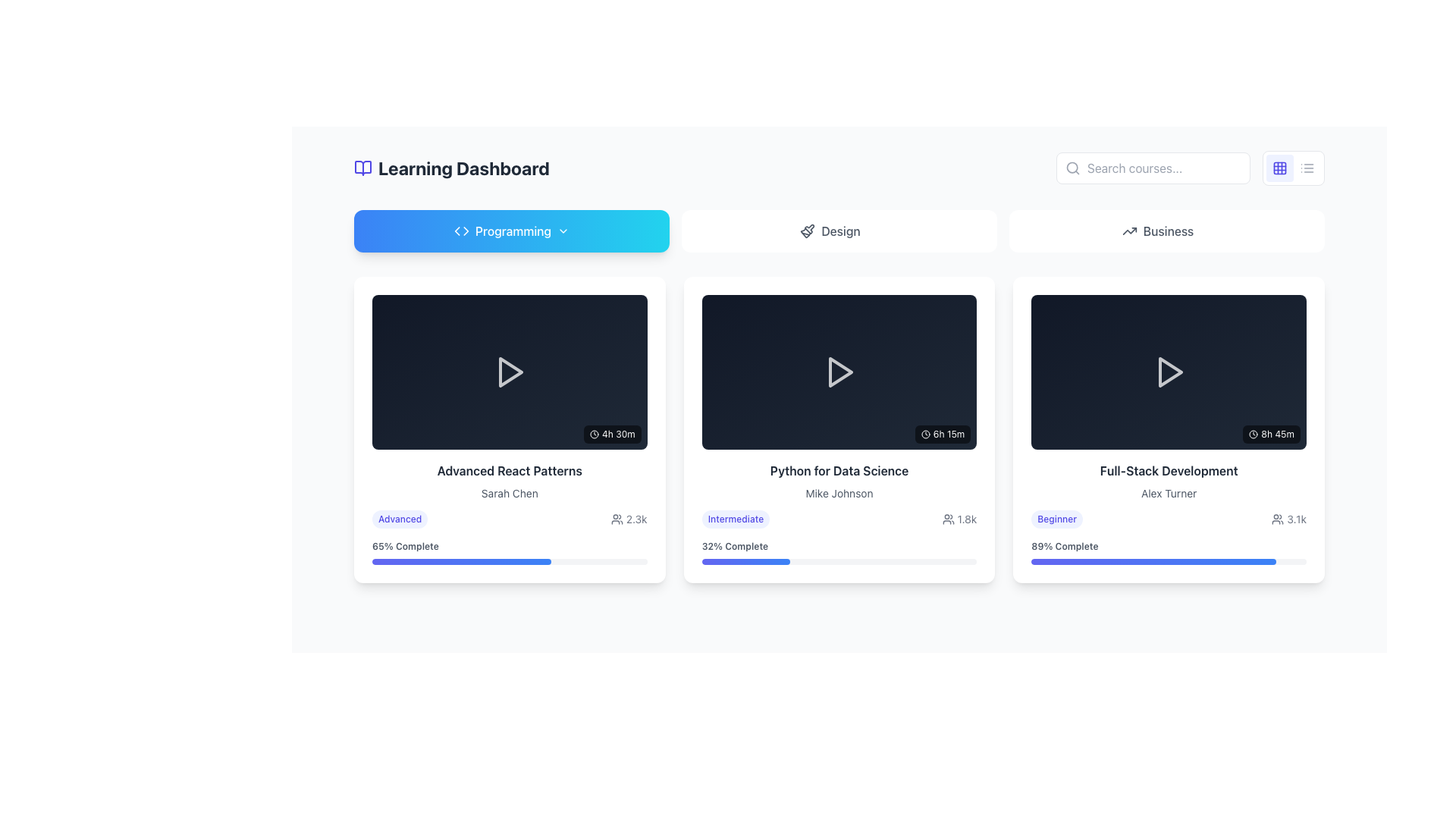 This screenshot has height=819, width=1456. What do you see at coordinates (510, 551) in the screenshot?
I see `the Progress Indicator located at the bottom of the card labeled 'Advanced React Patterns', which indicates that 65% of the task is complete` at bounding box center [510, 551].